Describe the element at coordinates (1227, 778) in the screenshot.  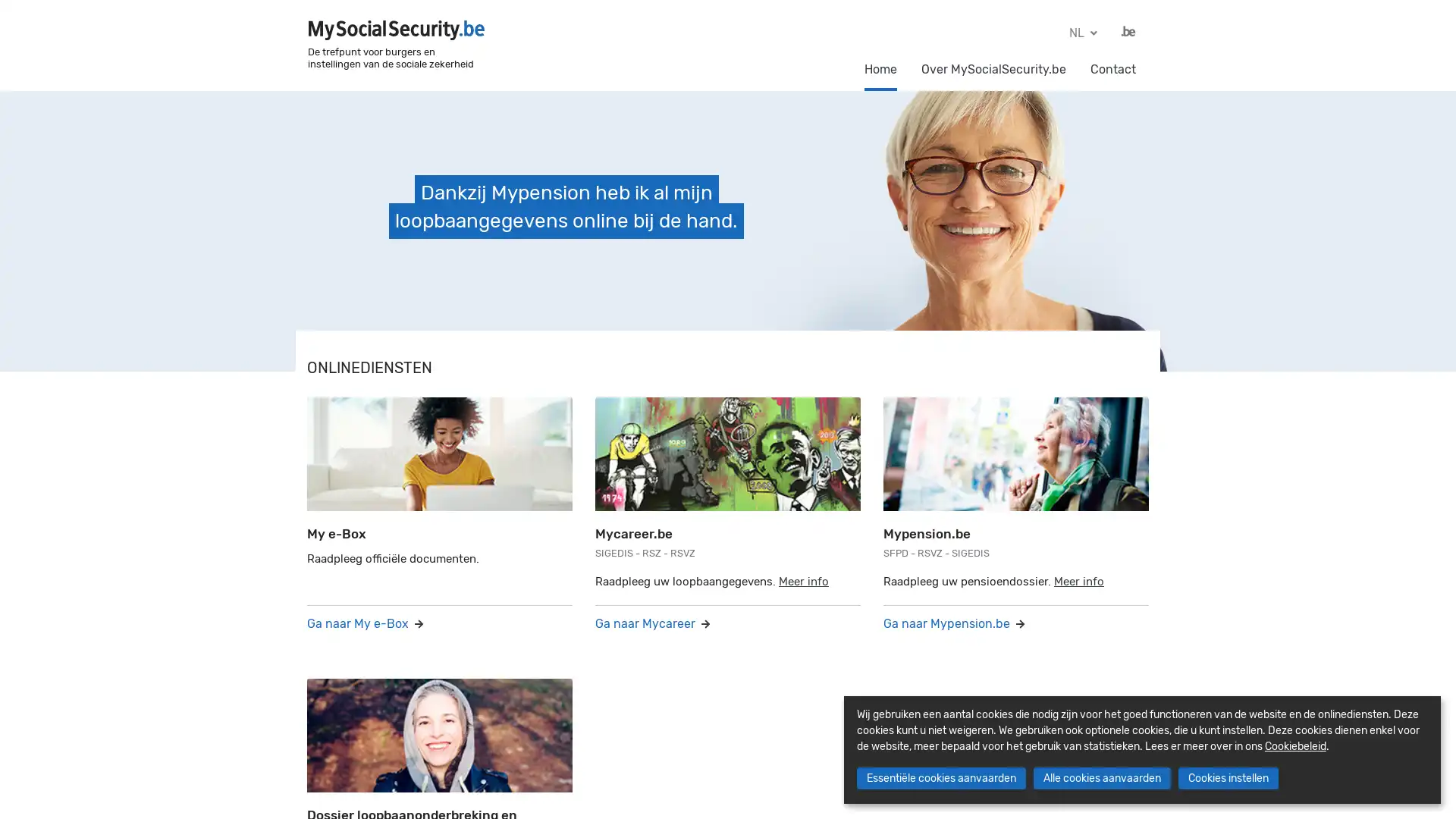
I see `Cookies instellen` at that location.